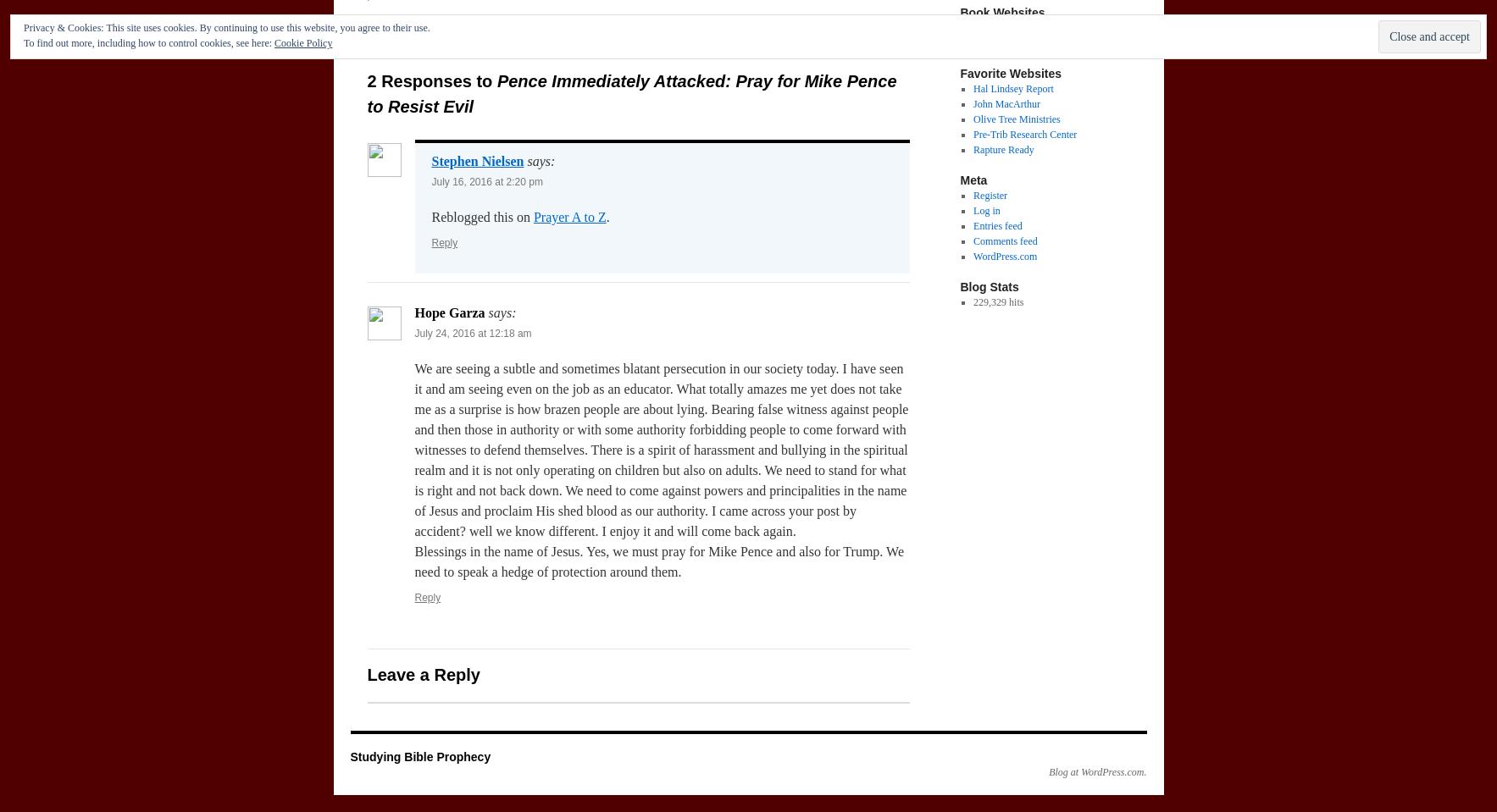 This screenshot has width=1497, height=812. What do you see at coordinates (1001, 11) in the screenshot?
I see `'Book Websites'` at bounding box center [1001, 11].